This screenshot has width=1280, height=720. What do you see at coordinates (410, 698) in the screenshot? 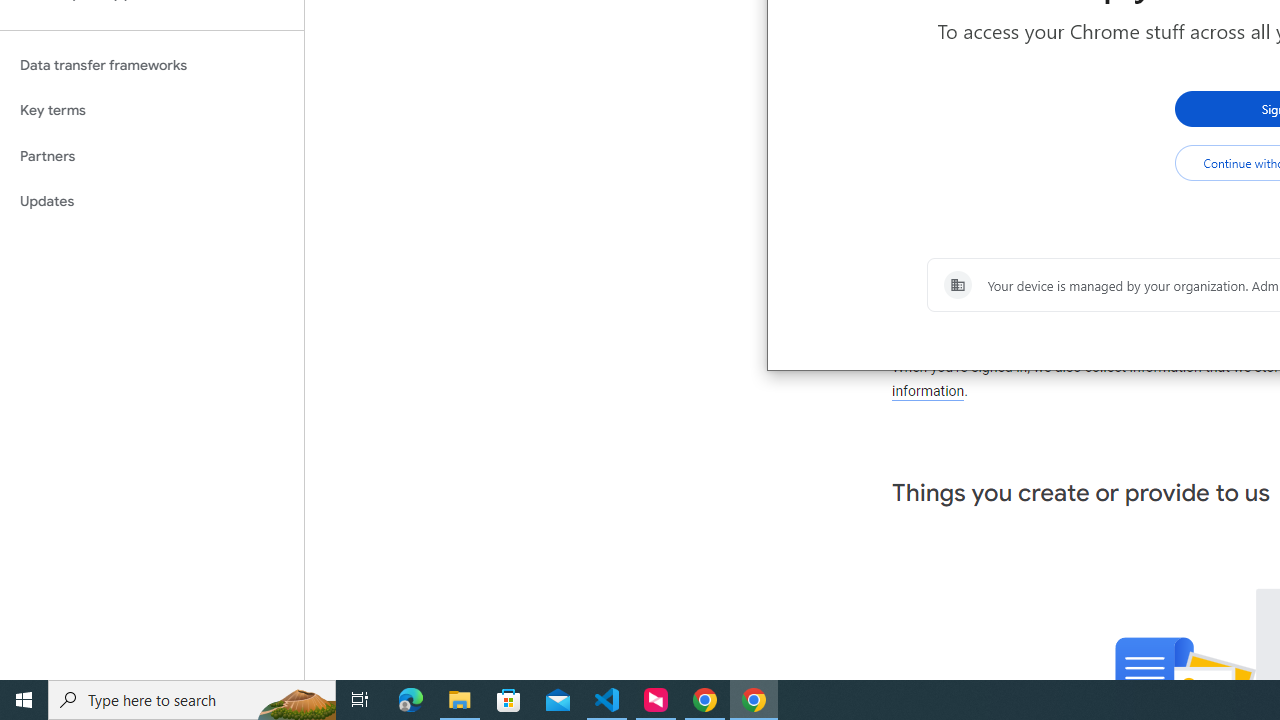
I see `'Microsoft Edge'` at bounding box center [410, 698].